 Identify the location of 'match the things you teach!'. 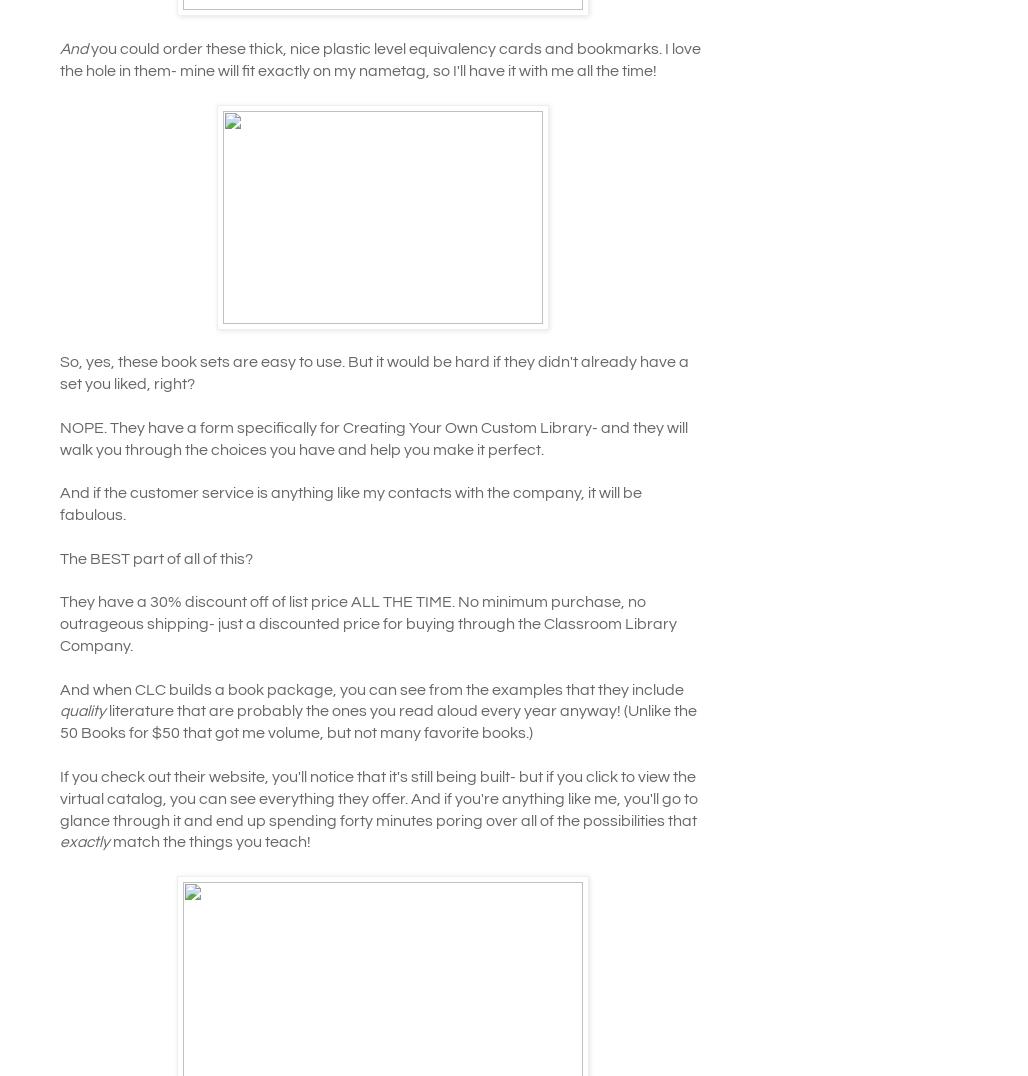
(209, 840).